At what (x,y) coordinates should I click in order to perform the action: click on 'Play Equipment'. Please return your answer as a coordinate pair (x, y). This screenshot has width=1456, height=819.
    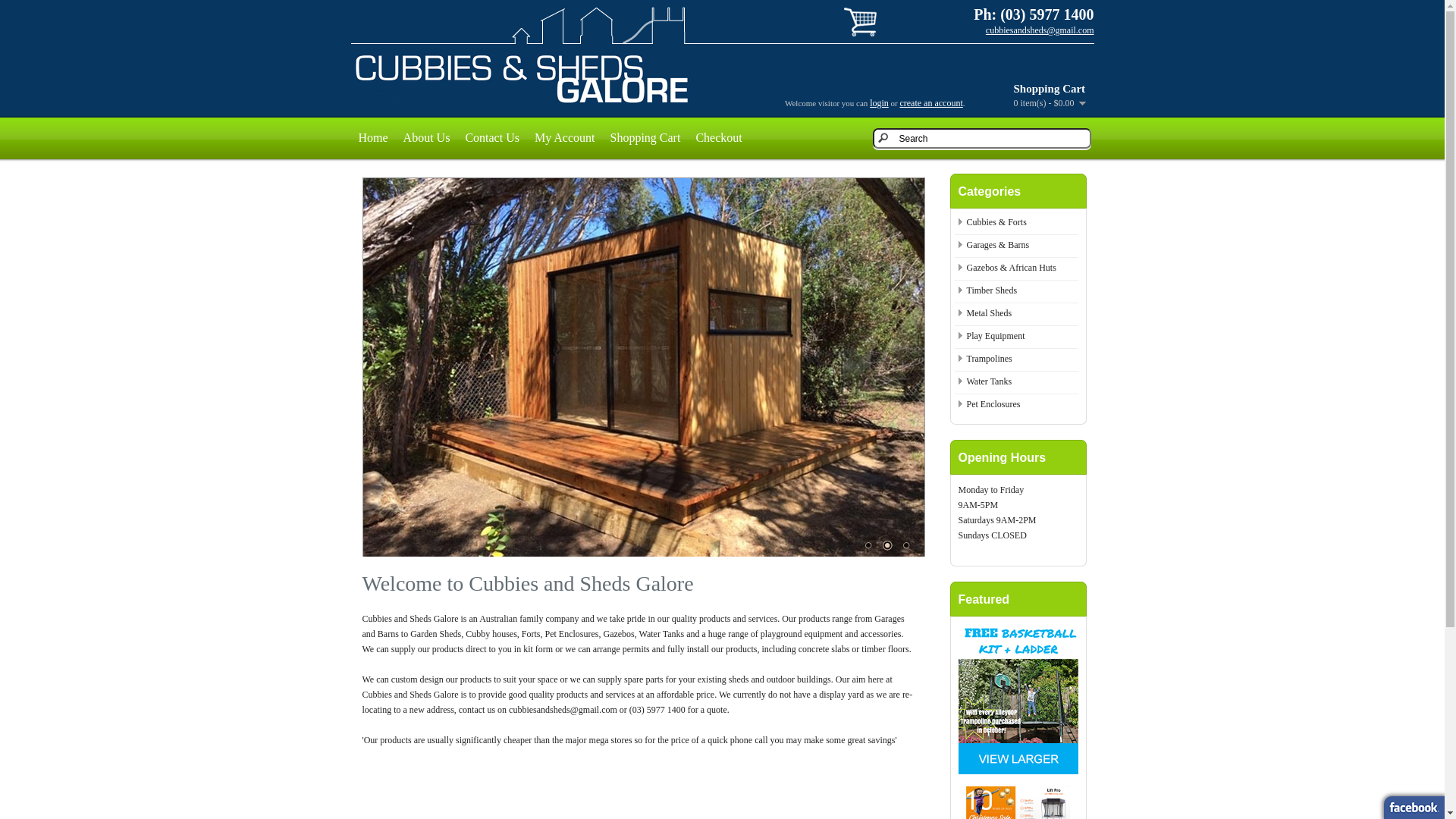
    Looking at the image, I should click on (995, 335).